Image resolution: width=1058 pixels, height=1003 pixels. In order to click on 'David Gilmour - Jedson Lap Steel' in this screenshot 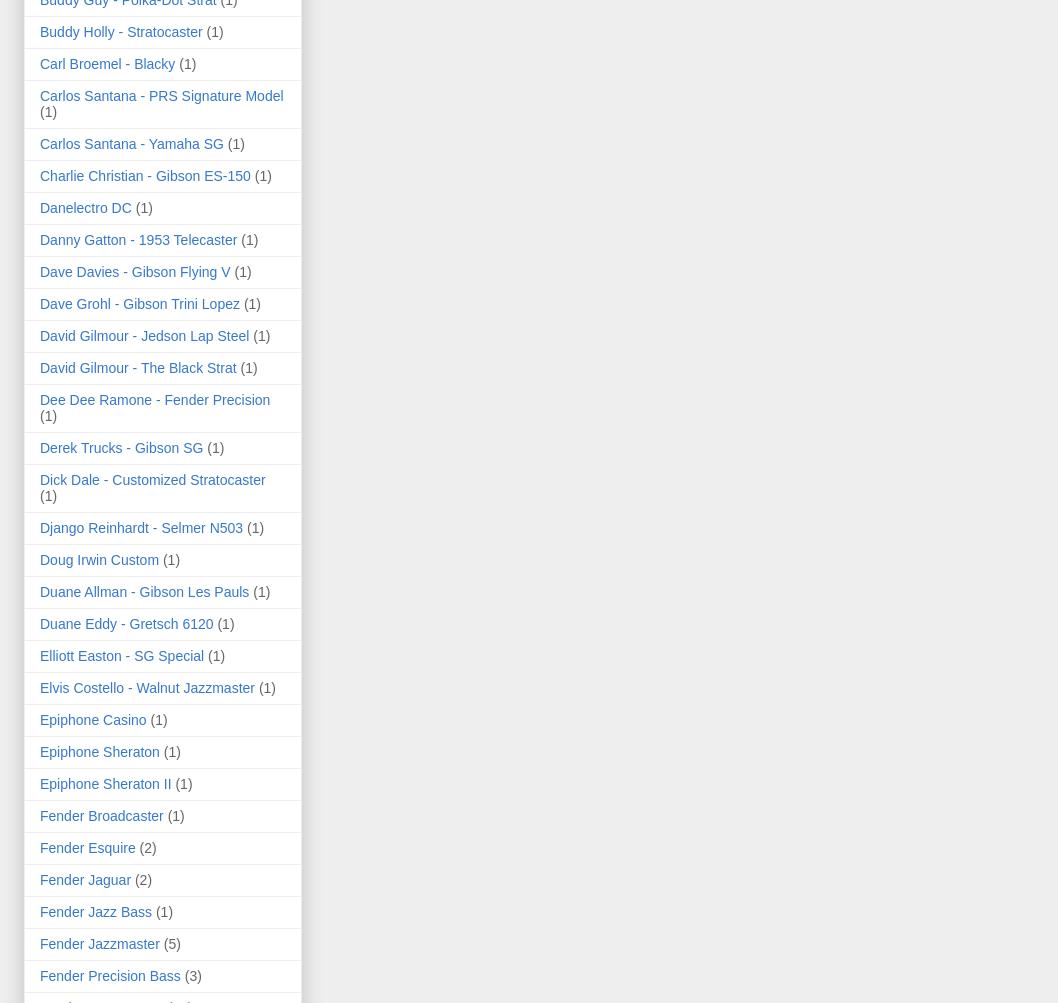, I will do `click(143, 334)`.